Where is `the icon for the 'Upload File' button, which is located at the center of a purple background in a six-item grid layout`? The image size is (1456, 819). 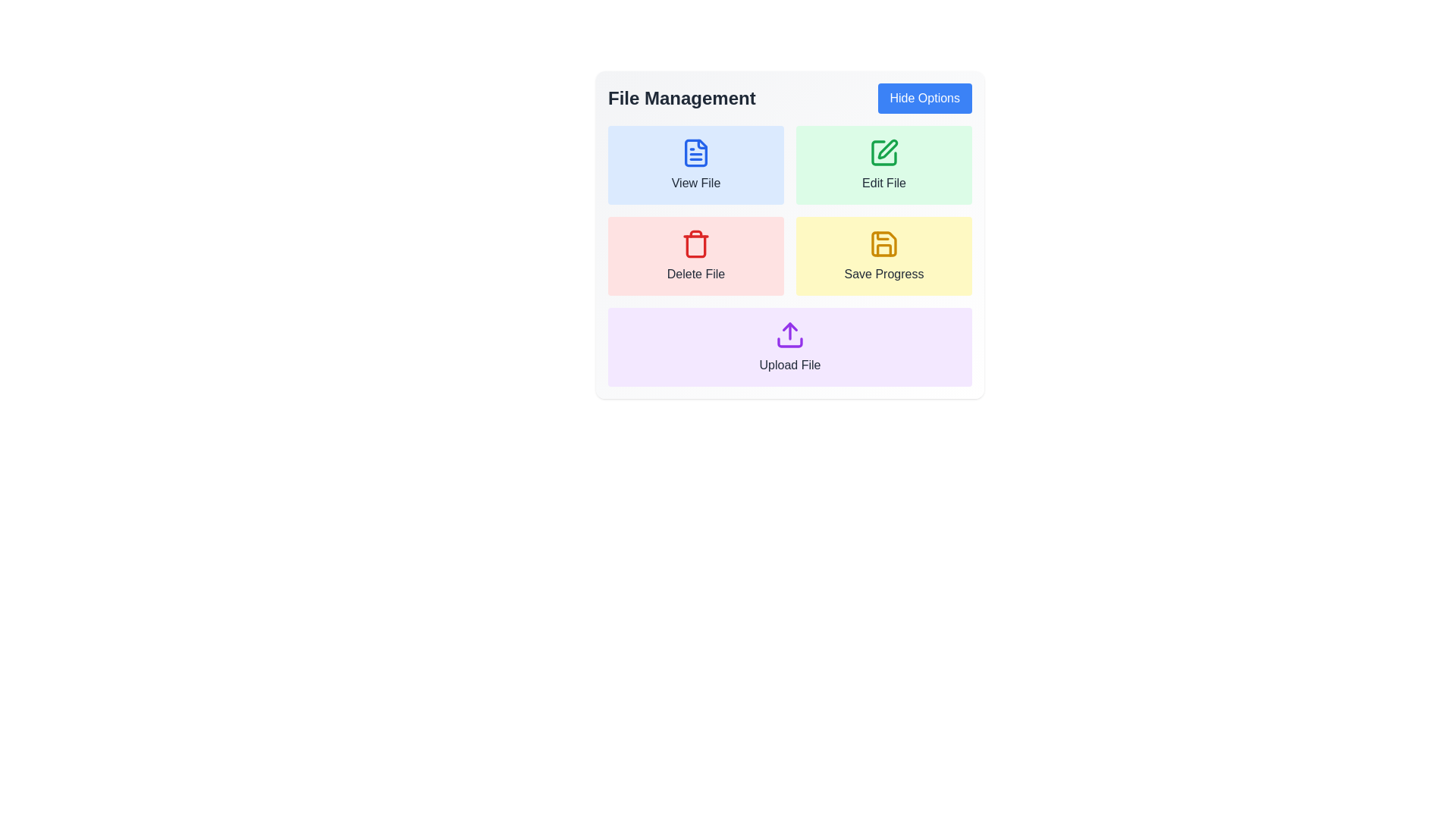 the icon for the 'Upload File' button, which is located at the center of a purple background in a six-item grid layout is located at coordinates (789, 334).